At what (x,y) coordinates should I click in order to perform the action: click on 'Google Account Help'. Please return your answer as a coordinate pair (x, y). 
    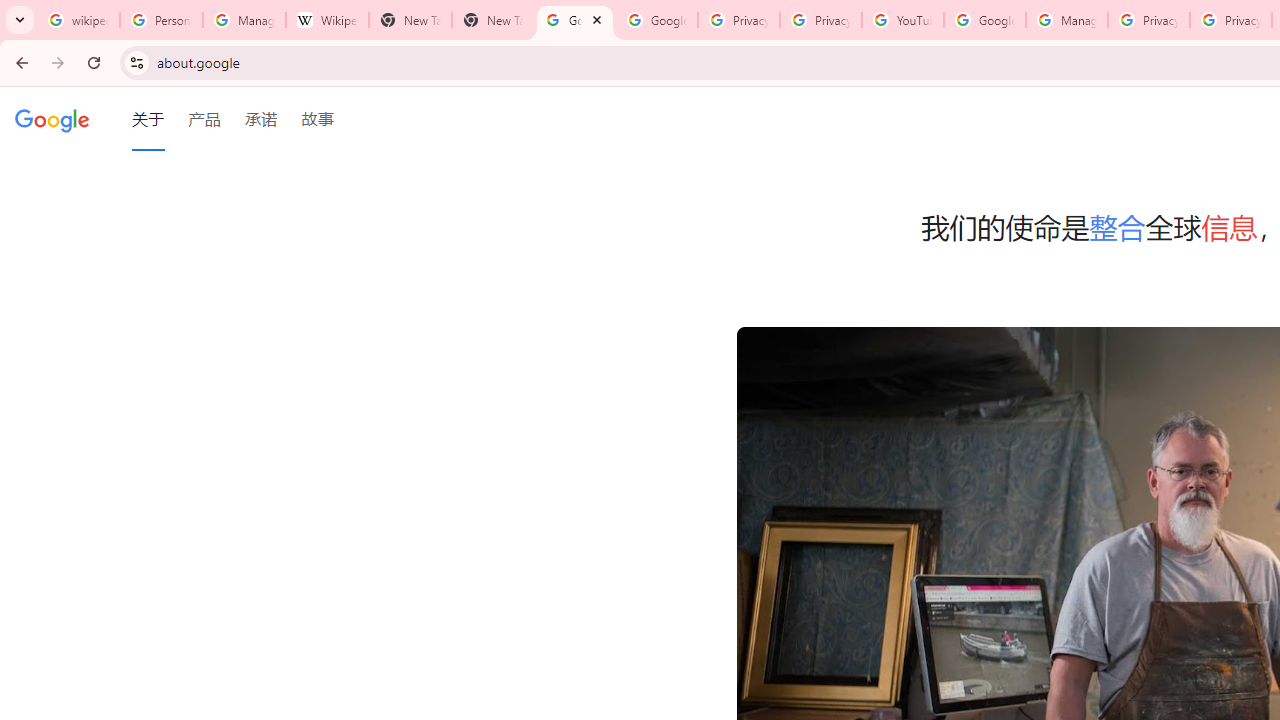
    Looking at the image, I should click on (984, 20).